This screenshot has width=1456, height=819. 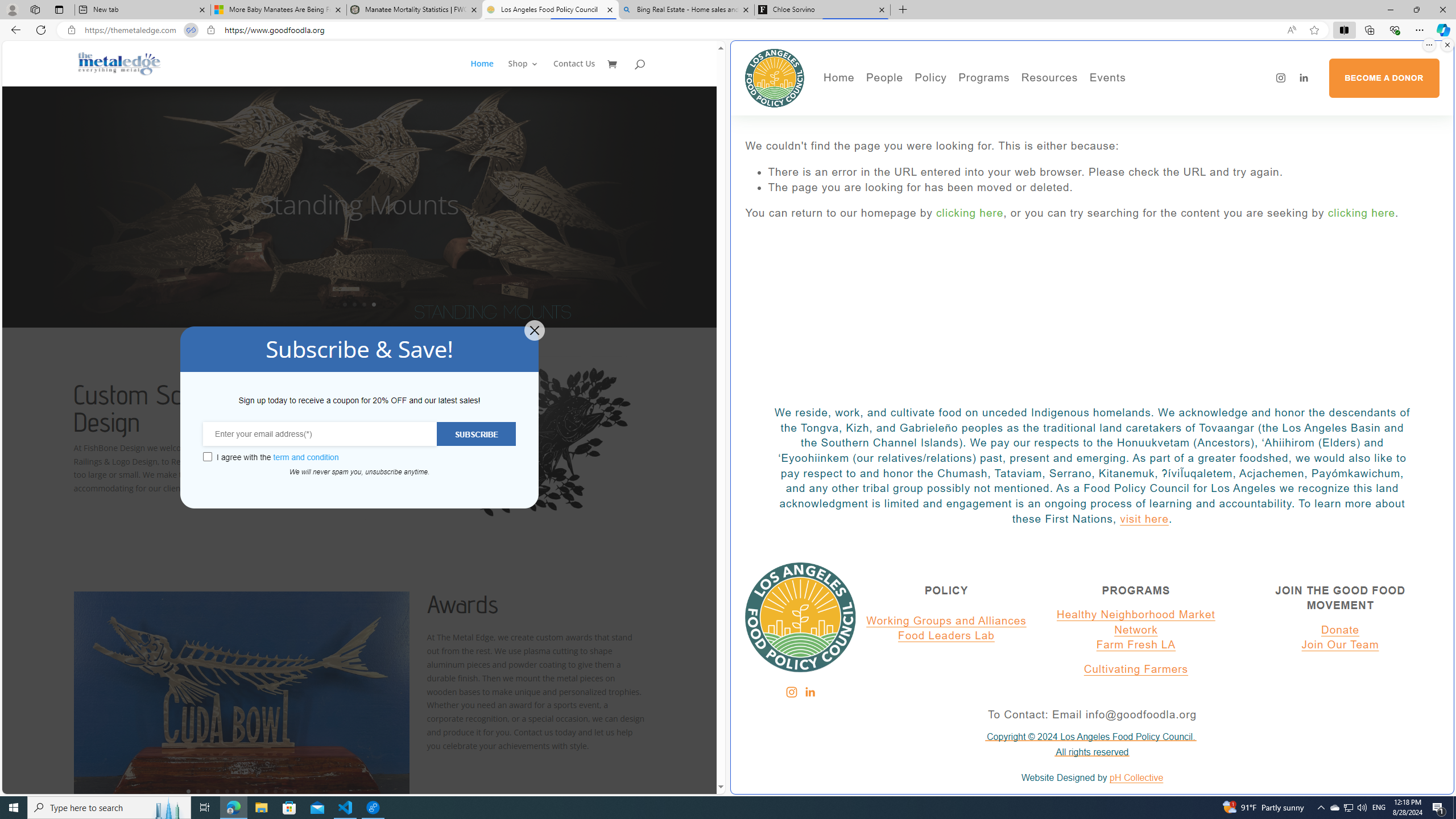 What do you see at coordinates (838, 78) in the screenshot?
I see `'Home'` at bounding box center [838, 78].